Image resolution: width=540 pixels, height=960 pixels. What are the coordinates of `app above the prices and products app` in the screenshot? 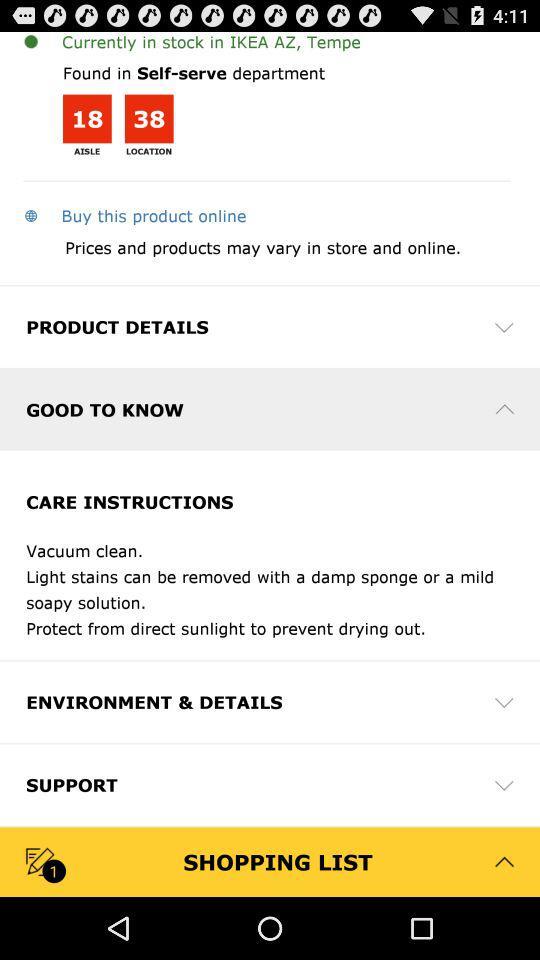 It's located at (134, 215).